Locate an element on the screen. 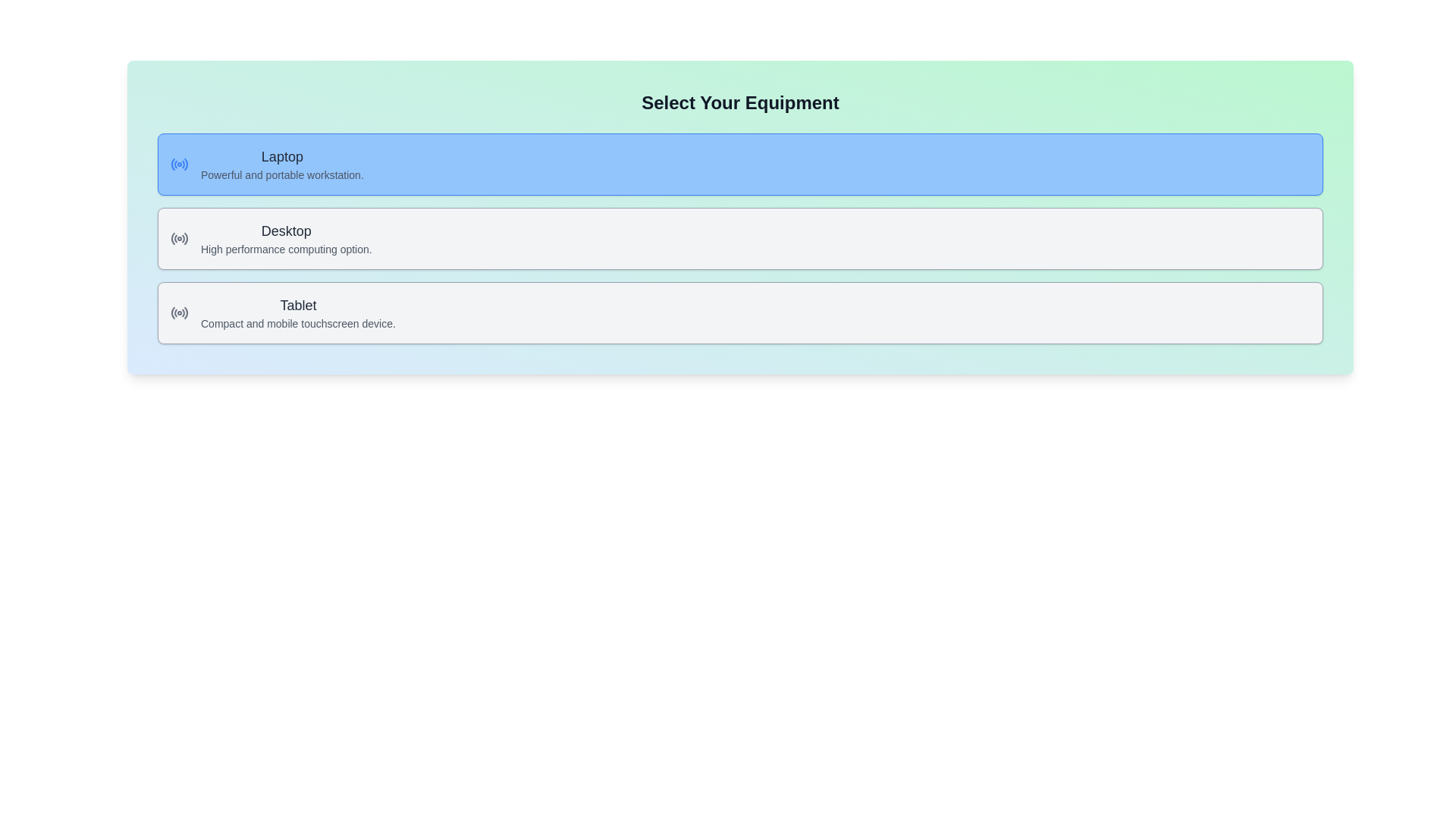  the innermost rightmost arc of the radio signal icon, which is part of a visual selection option next to the 'Laptop' option is located at coordinates (185, 164).